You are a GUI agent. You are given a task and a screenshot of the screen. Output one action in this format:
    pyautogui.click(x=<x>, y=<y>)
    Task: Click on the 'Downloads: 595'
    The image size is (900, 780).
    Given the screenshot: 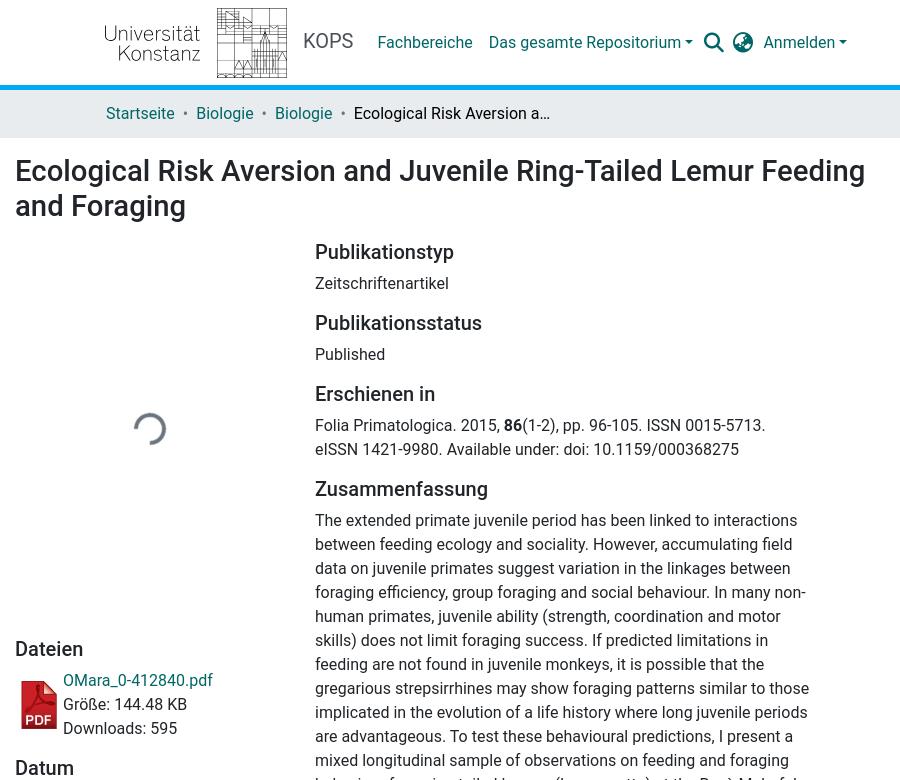 What is the action you would take?
    pyautogui.click(x=119, y=727)
    